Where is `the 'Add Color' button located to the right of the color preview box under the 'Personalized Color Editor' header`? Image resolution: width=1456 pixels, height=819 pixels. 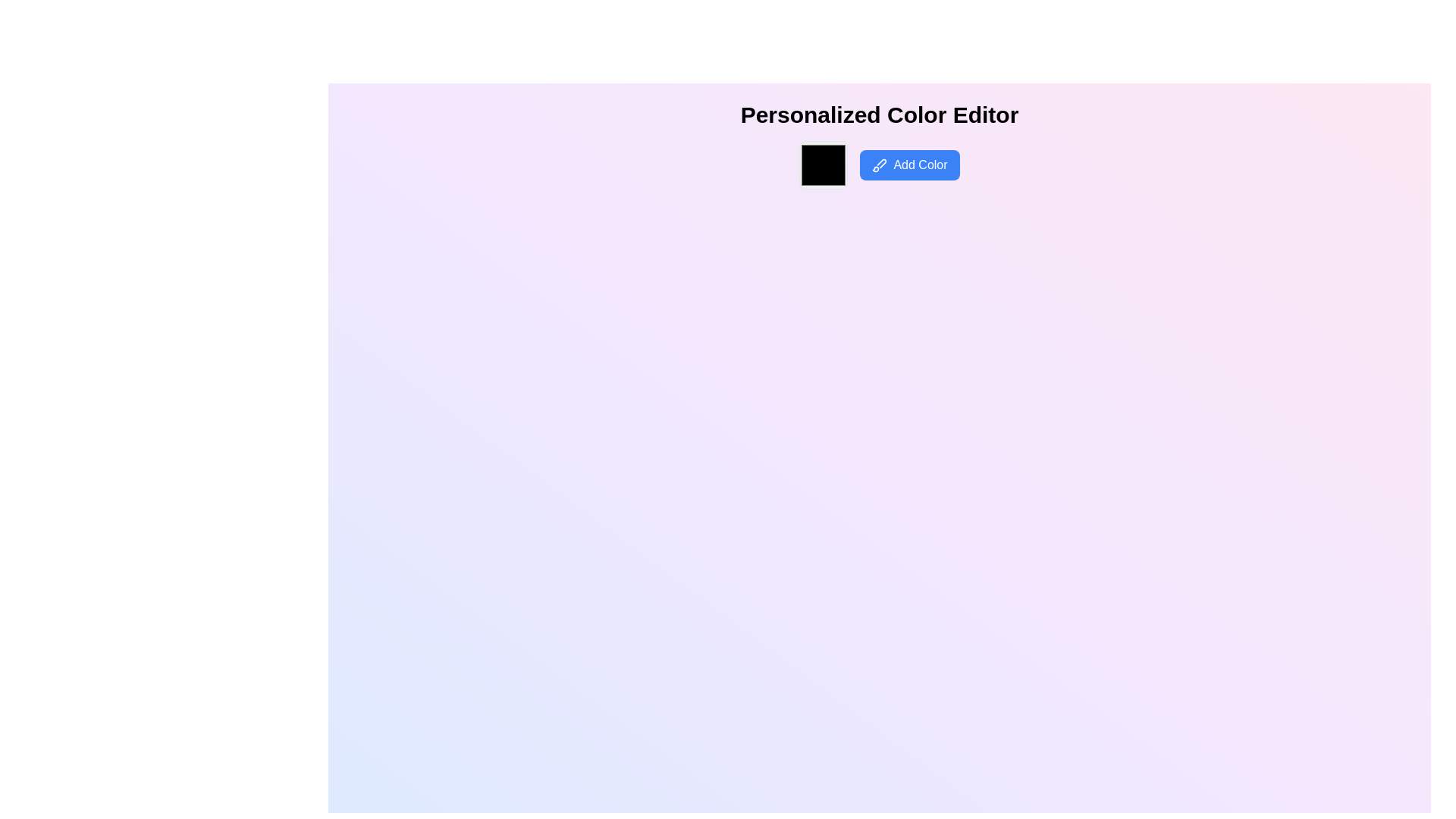
the 'Add Color' button located to the right of the color preview box under the 'Personalized Color Editor' header is located at coordinates (880, 171).